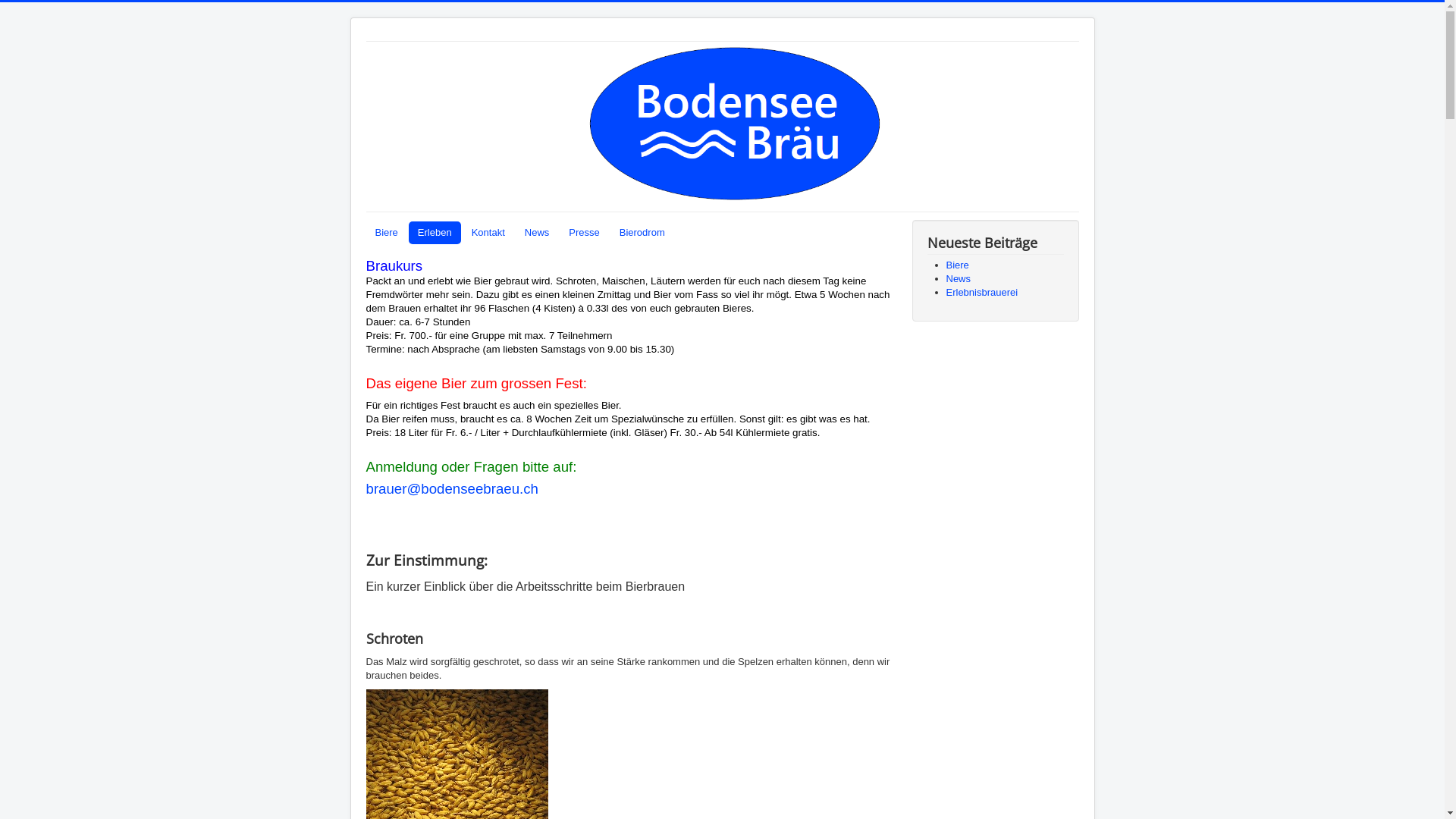  What do you see at coordinates (956, 264) in the screenshot?
I see `'Biere'` at bounding box center [956, 264].